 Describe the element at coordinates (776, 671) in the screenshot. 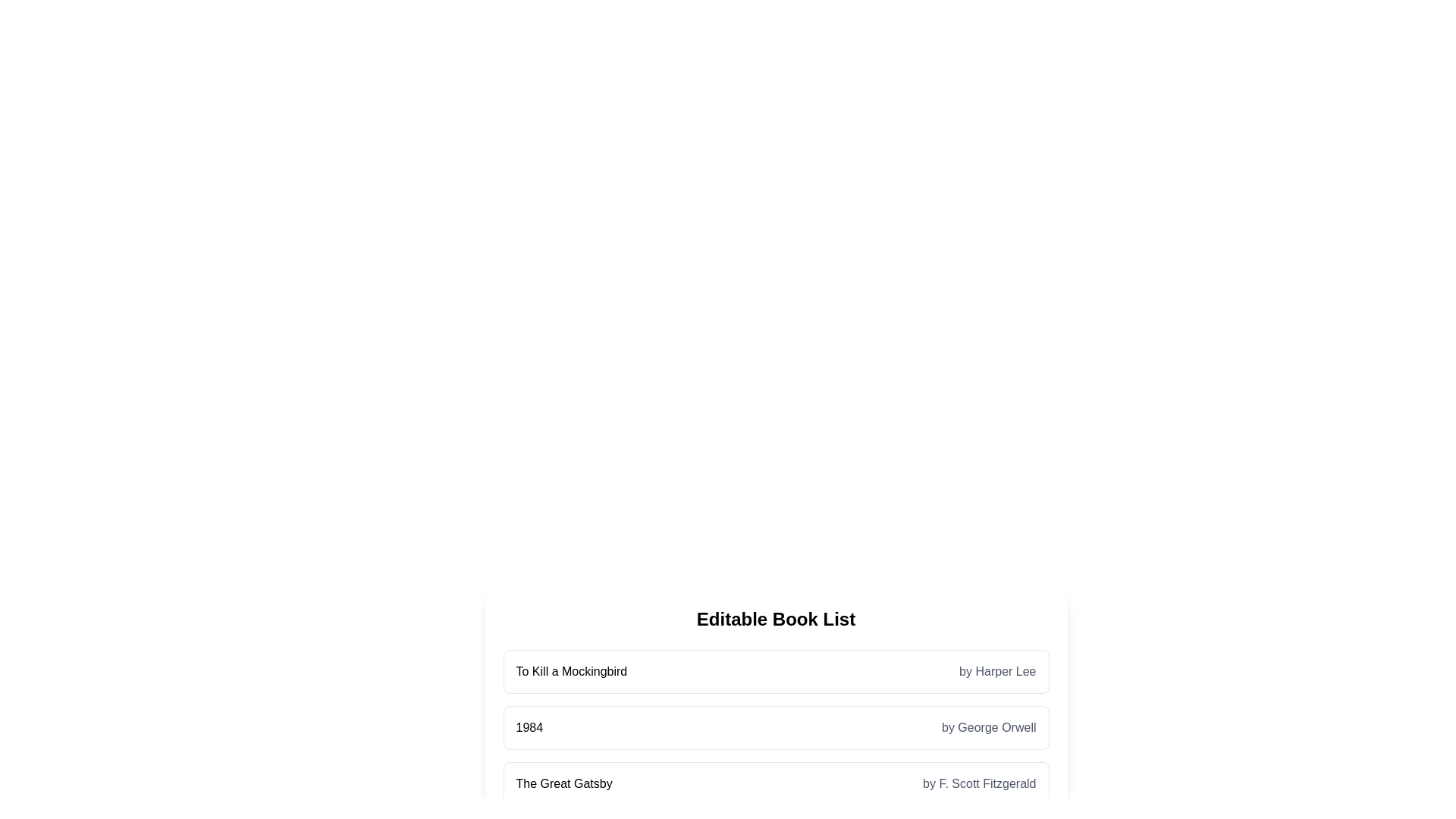

I see `the first item in the book list, which displays the title and author of a book, located below 'Editable Book List' and above '1984' and 'The Great Gatsby'` at that location.